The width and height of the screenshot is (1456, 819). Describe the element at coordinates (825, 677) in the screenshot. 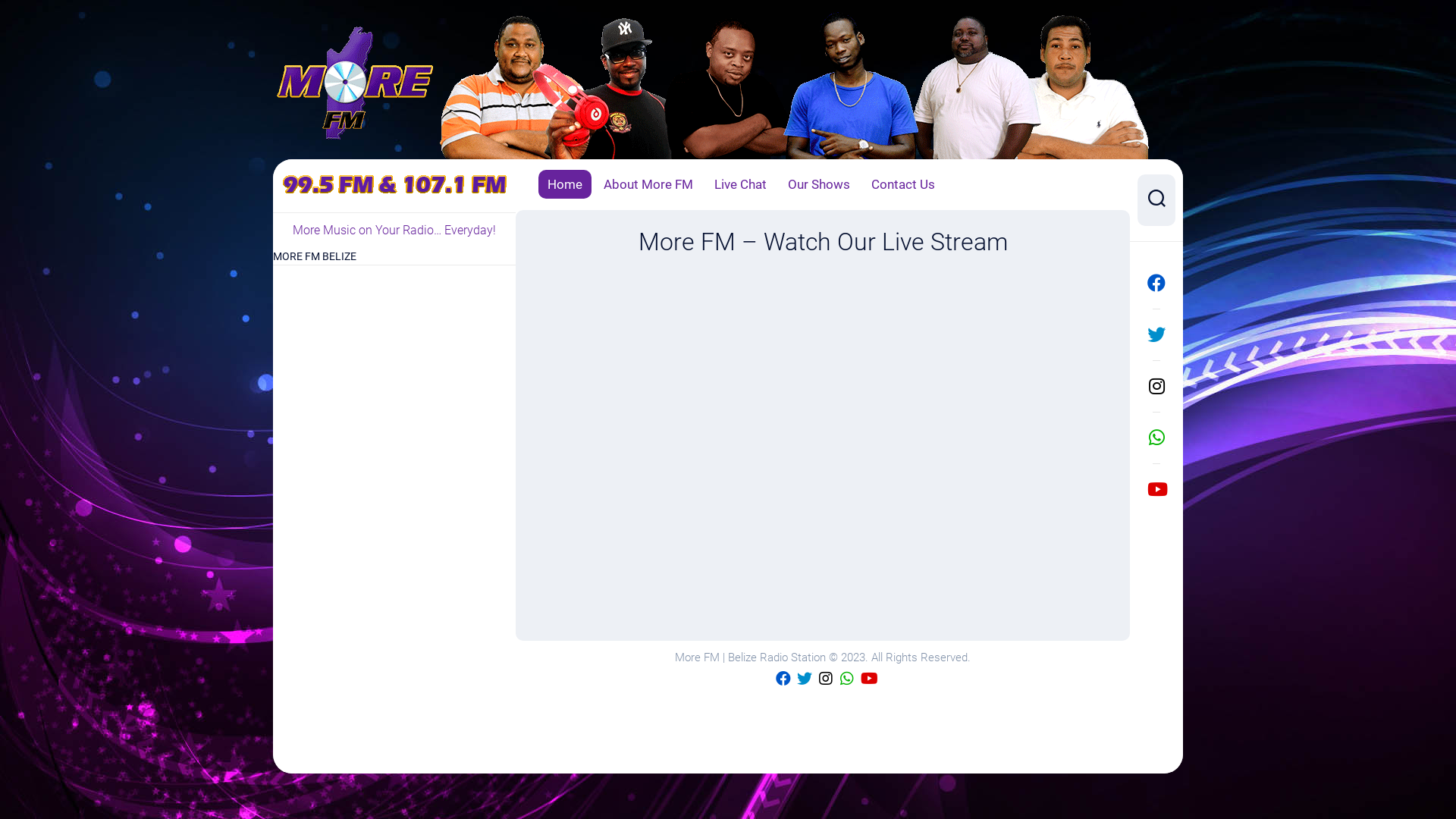

I see `'Instagram'` at that location.